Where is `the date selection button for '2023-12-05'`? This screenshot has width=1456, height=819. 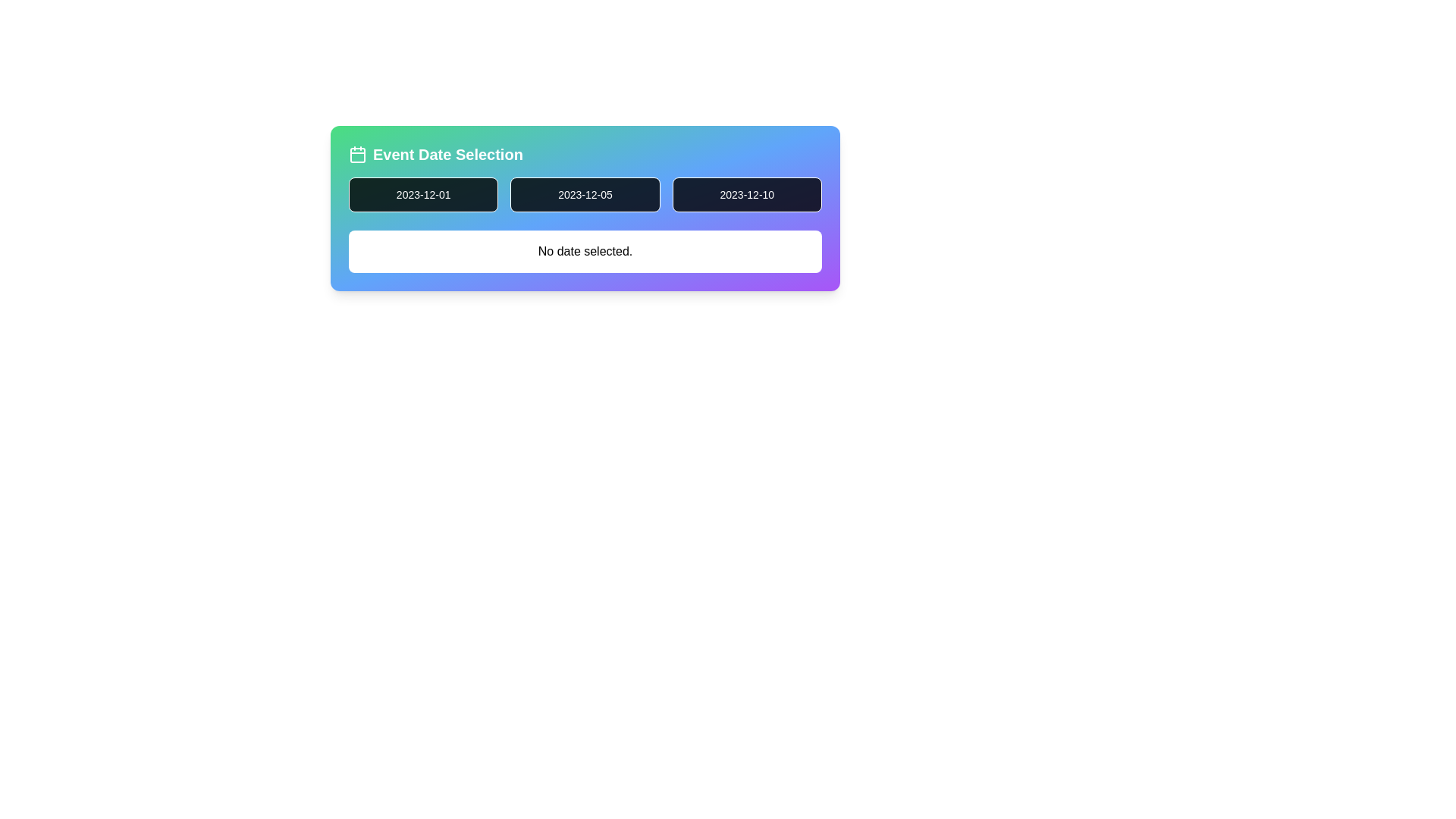 the date selection button for '2023-12-05' is located at coordinates (585, 208).